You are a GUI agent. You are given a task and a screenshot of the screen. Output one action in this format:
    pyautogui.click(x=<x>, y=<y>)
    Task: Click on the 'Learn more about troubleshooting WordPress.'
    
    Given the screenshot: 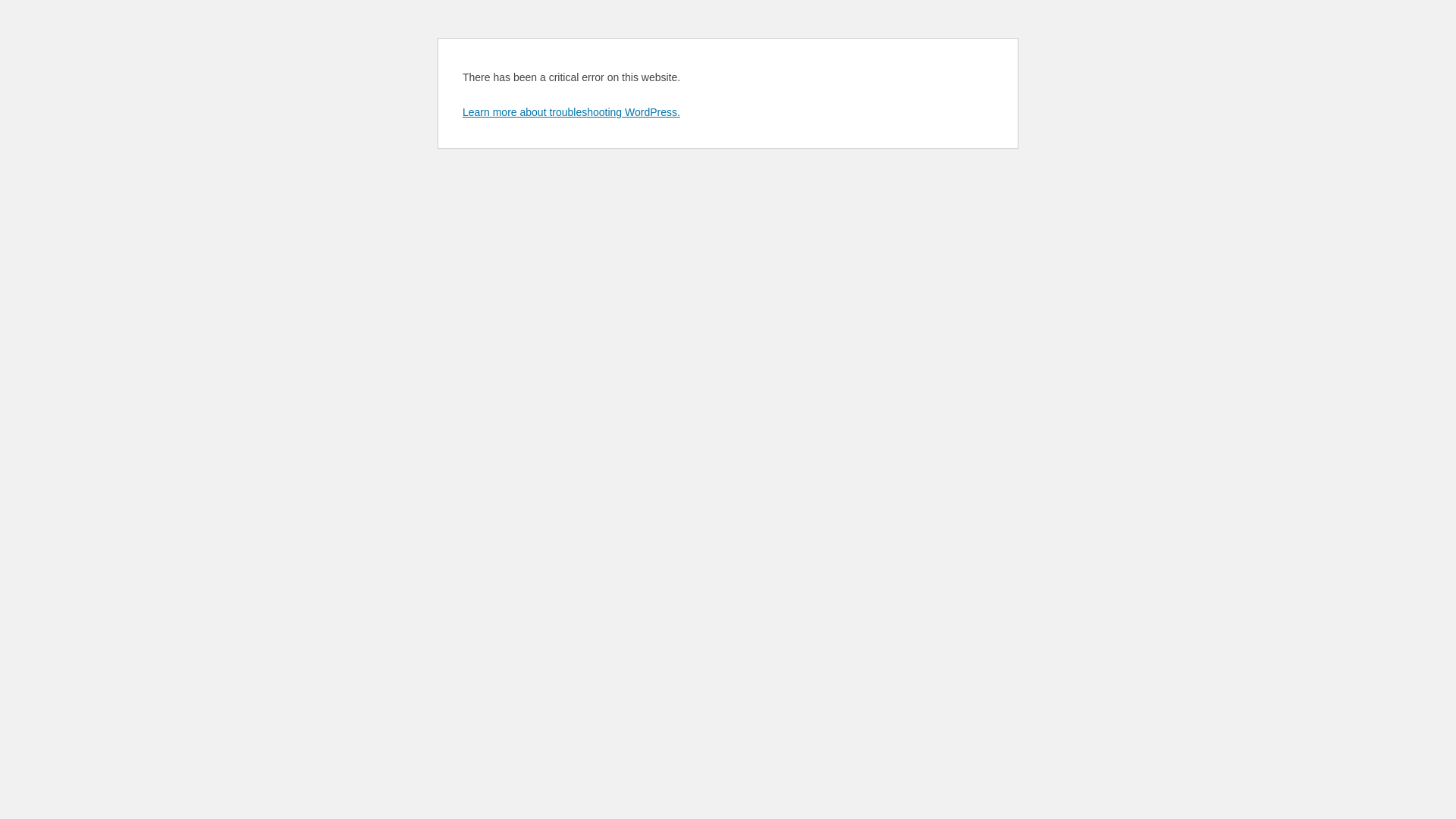 What is the action you would take?
    pyautogui.click(x=570, y=111)
    